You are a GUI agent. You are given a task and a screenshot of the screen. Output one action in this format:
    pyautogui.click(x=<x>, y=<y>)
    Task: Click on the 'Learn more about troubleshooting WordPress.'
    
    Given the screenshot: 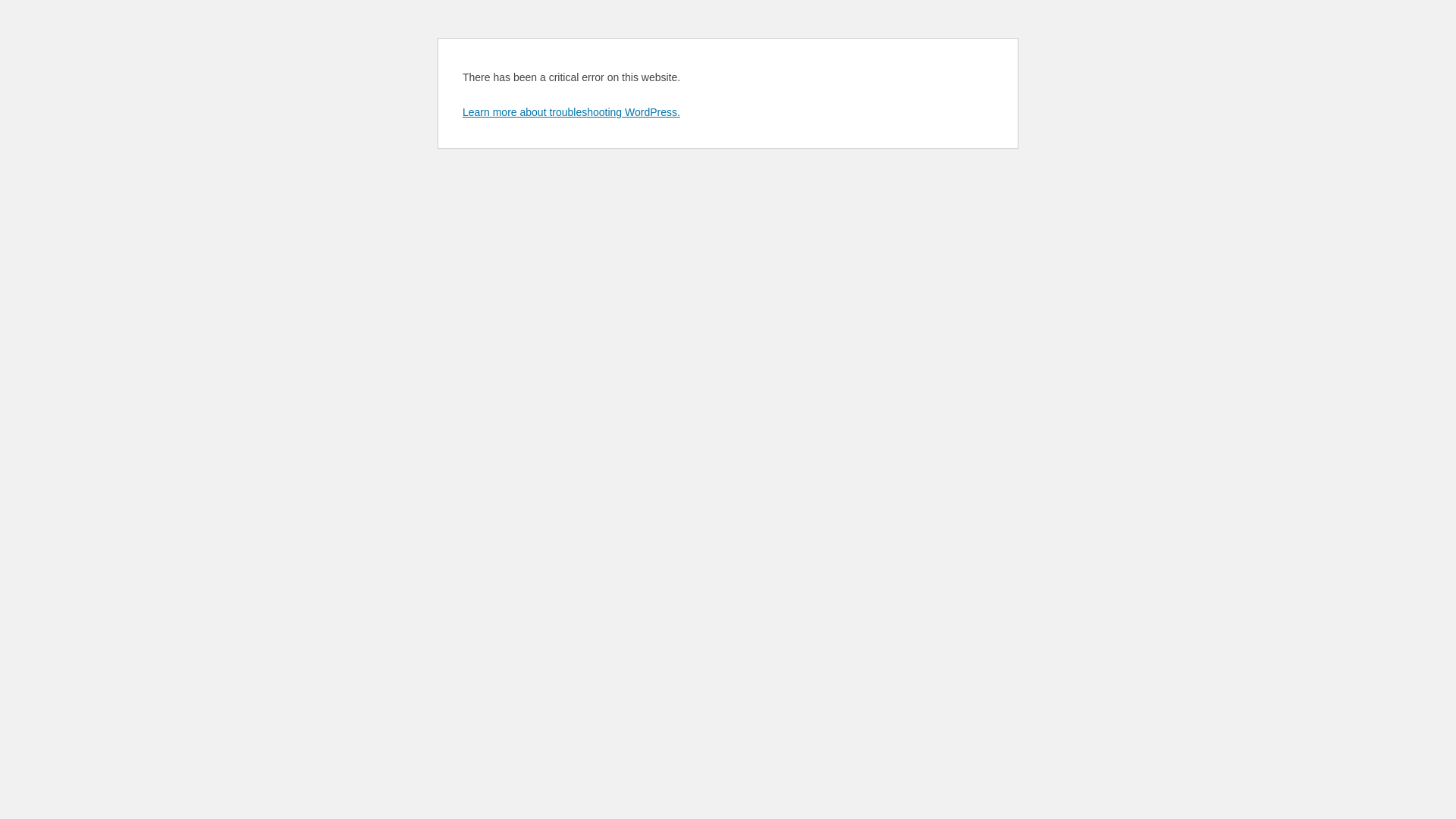 What is the action you would take?
    pyautogui.click(x=570, y=111)
    